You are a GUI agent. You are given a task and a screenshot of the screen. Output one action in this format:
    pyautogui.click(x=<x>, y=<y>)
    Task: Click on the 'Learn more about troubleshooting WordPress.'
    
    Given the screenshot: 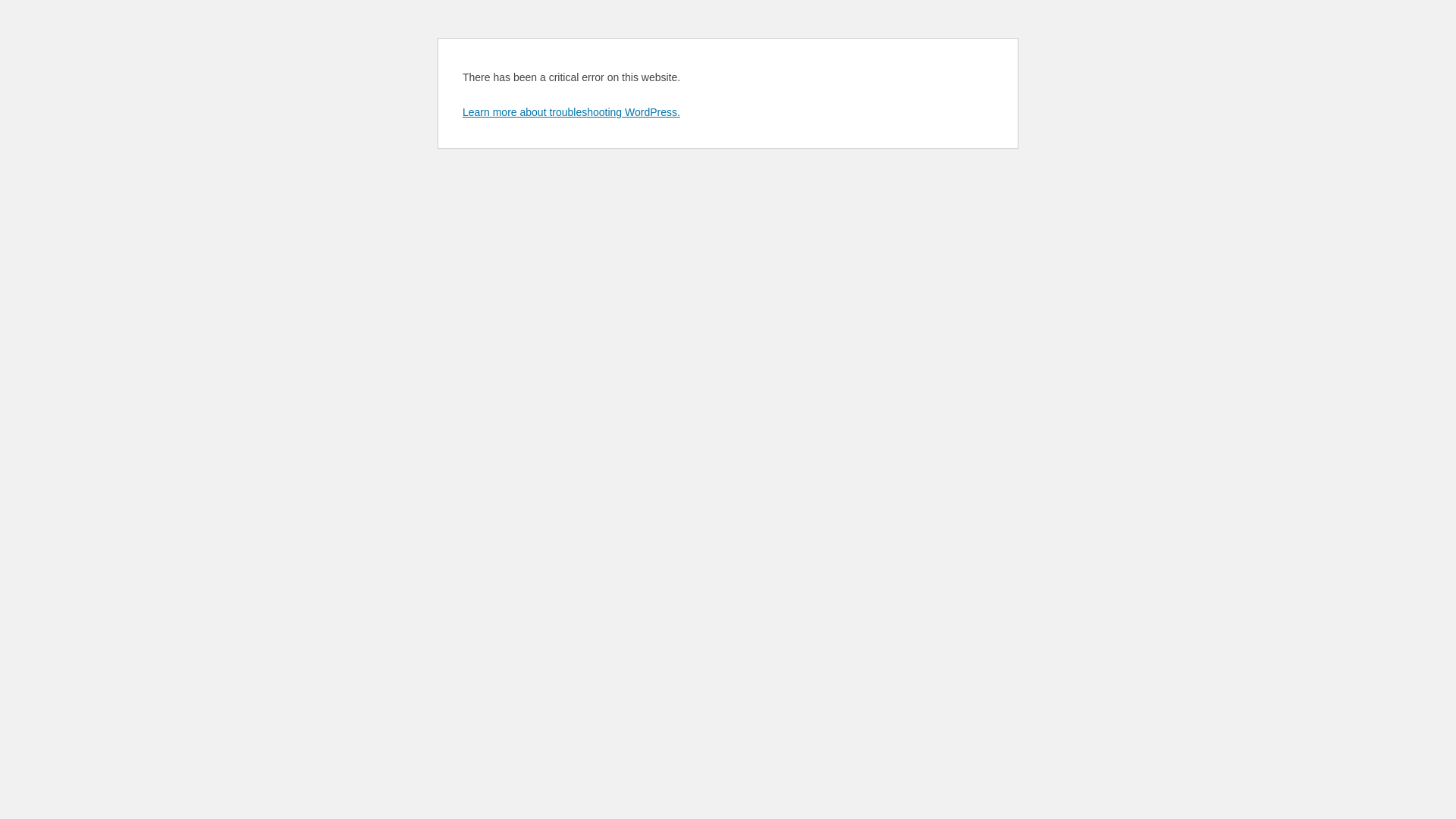 What is the action you would take?
    pyautogui.click(x=570, y=111)
    